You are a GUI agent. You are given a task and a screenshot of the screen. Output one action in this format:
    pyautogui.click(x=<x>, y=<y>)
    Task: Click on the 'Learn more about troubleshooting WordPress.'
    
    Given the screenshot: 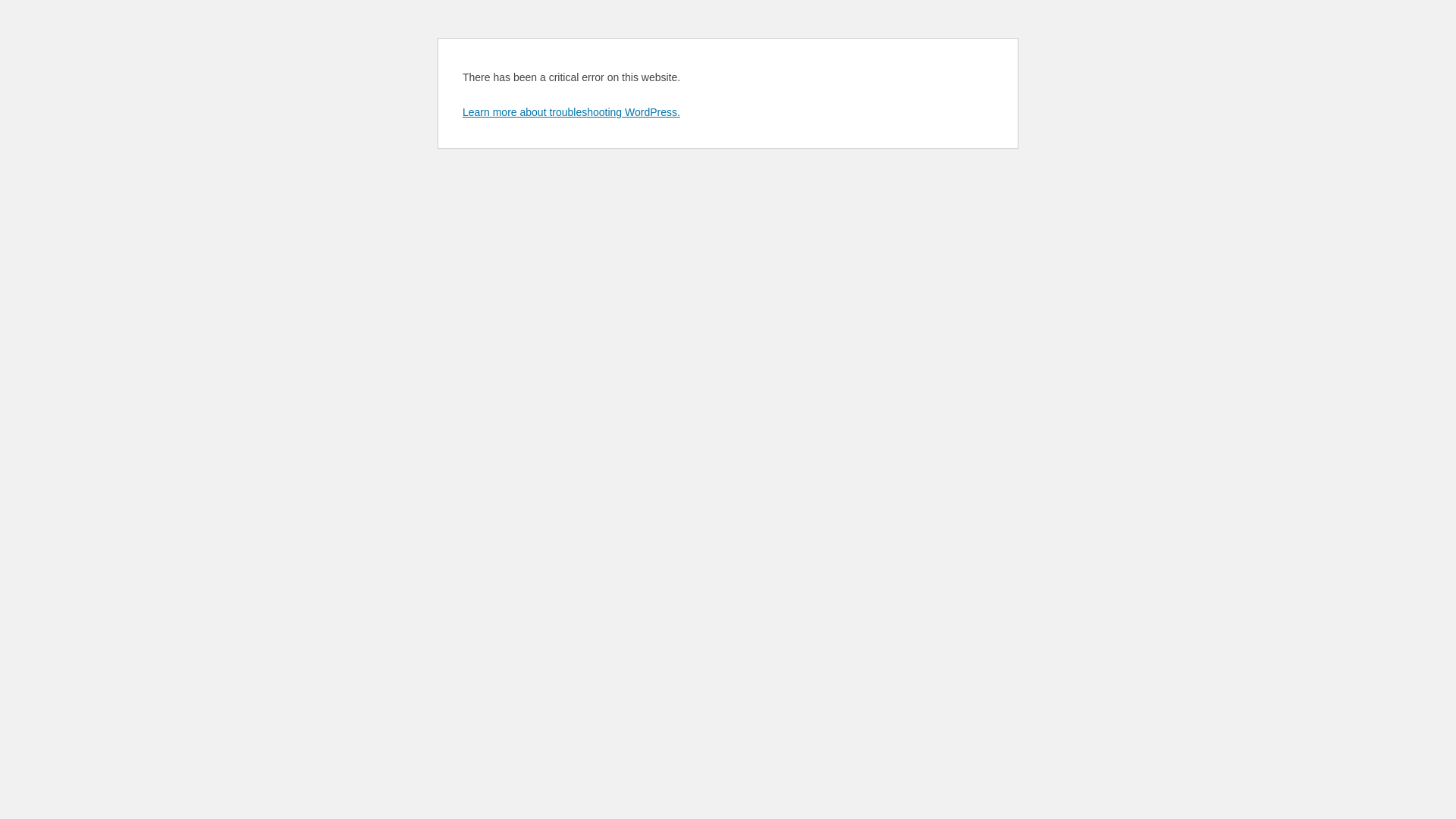 What is the action you would take?
    pyautogui.click(x=570, y=111)
    